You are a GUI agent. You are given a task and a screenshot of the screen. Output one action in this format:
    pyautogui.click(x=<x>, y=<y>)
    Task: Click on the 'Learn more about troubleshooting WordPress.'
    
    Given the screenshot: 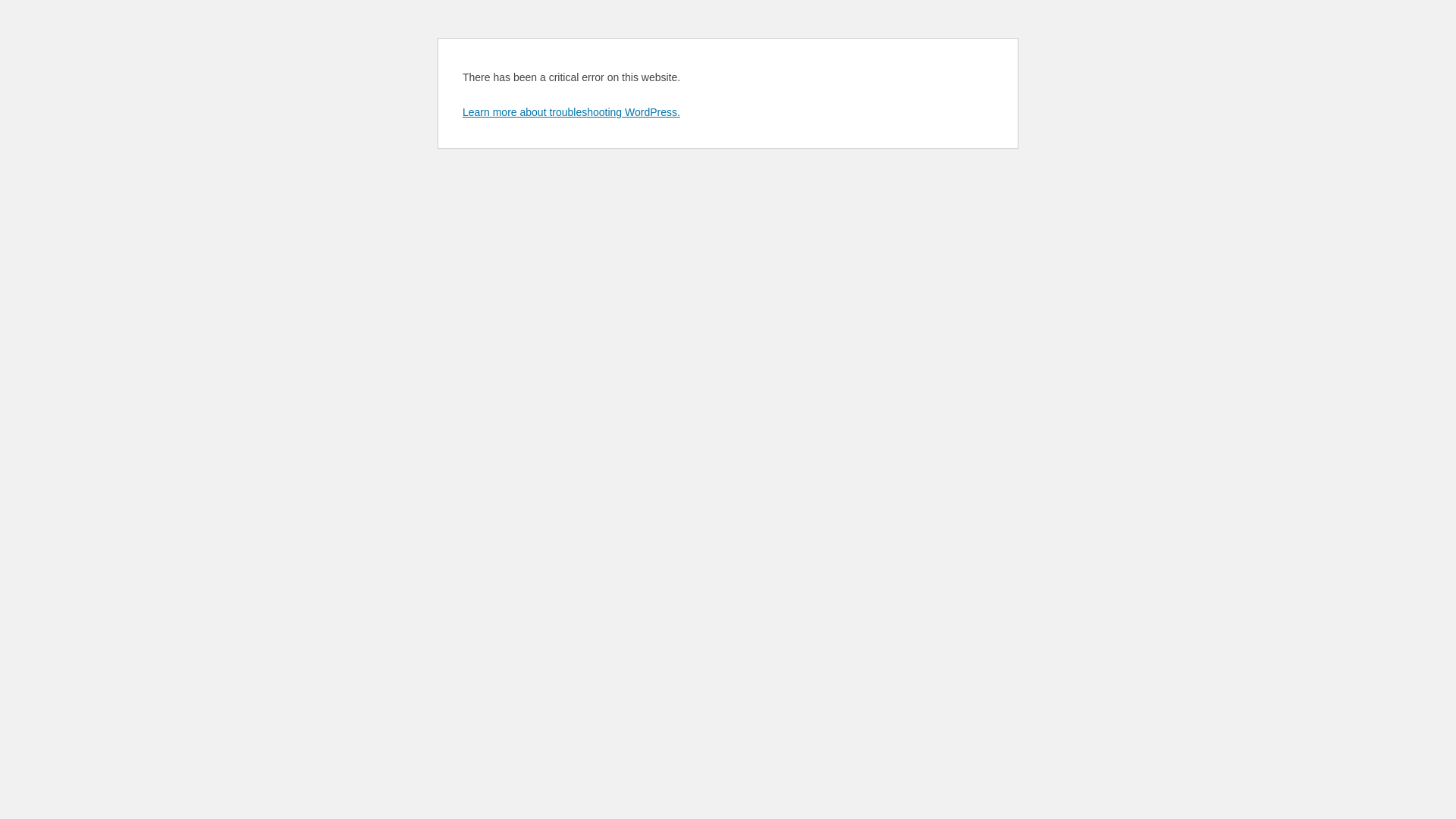 What is the action you would take?
    pyautogui.click(x=570, y=111)
    